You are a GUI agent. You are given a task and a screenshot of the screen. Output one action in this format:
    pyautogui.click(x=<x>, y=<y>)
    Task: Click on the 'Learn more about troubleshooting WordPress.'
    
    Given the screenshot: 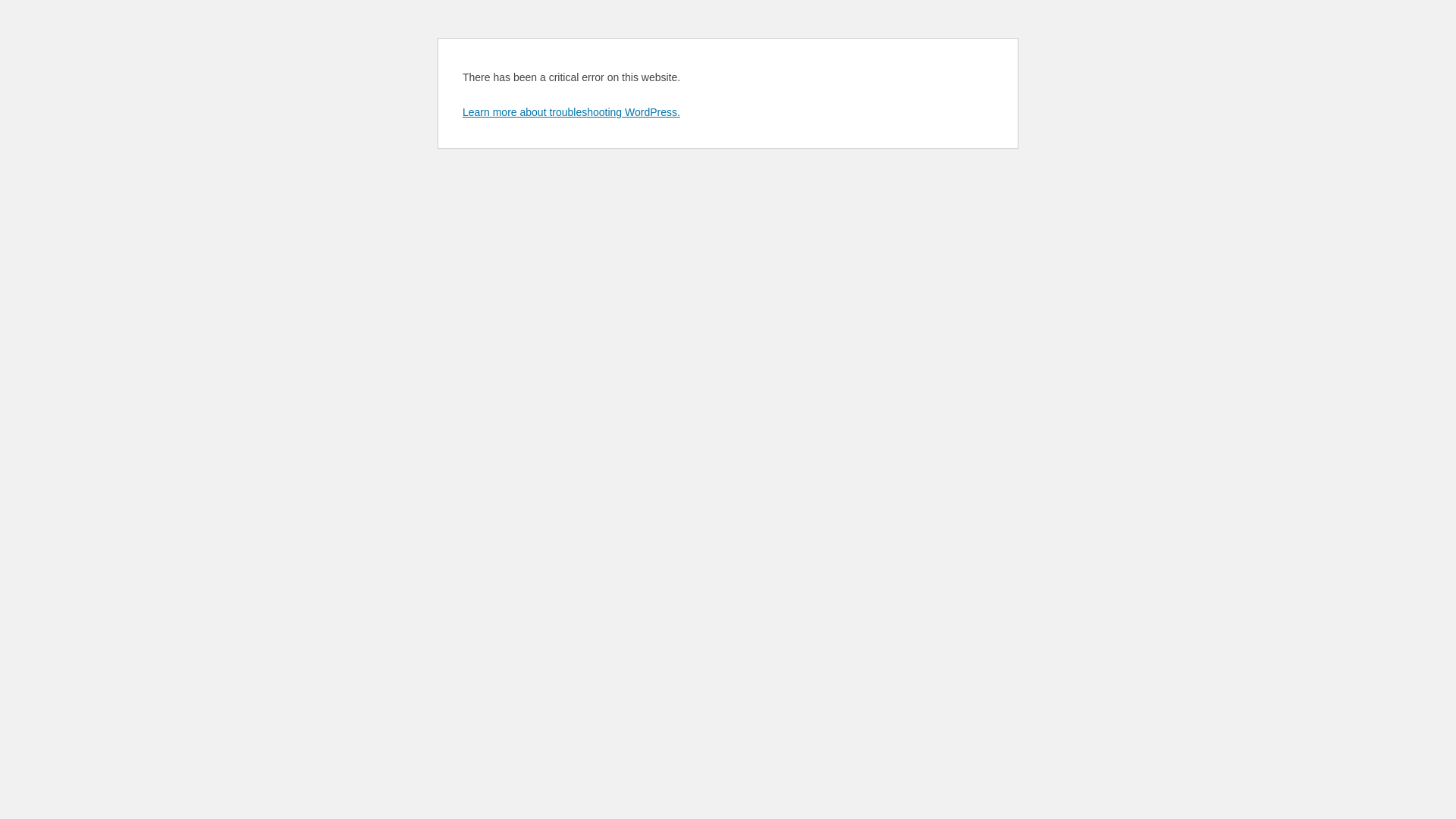 What is the action you would take?
    pyautogui.click(x=570, y=111)
    